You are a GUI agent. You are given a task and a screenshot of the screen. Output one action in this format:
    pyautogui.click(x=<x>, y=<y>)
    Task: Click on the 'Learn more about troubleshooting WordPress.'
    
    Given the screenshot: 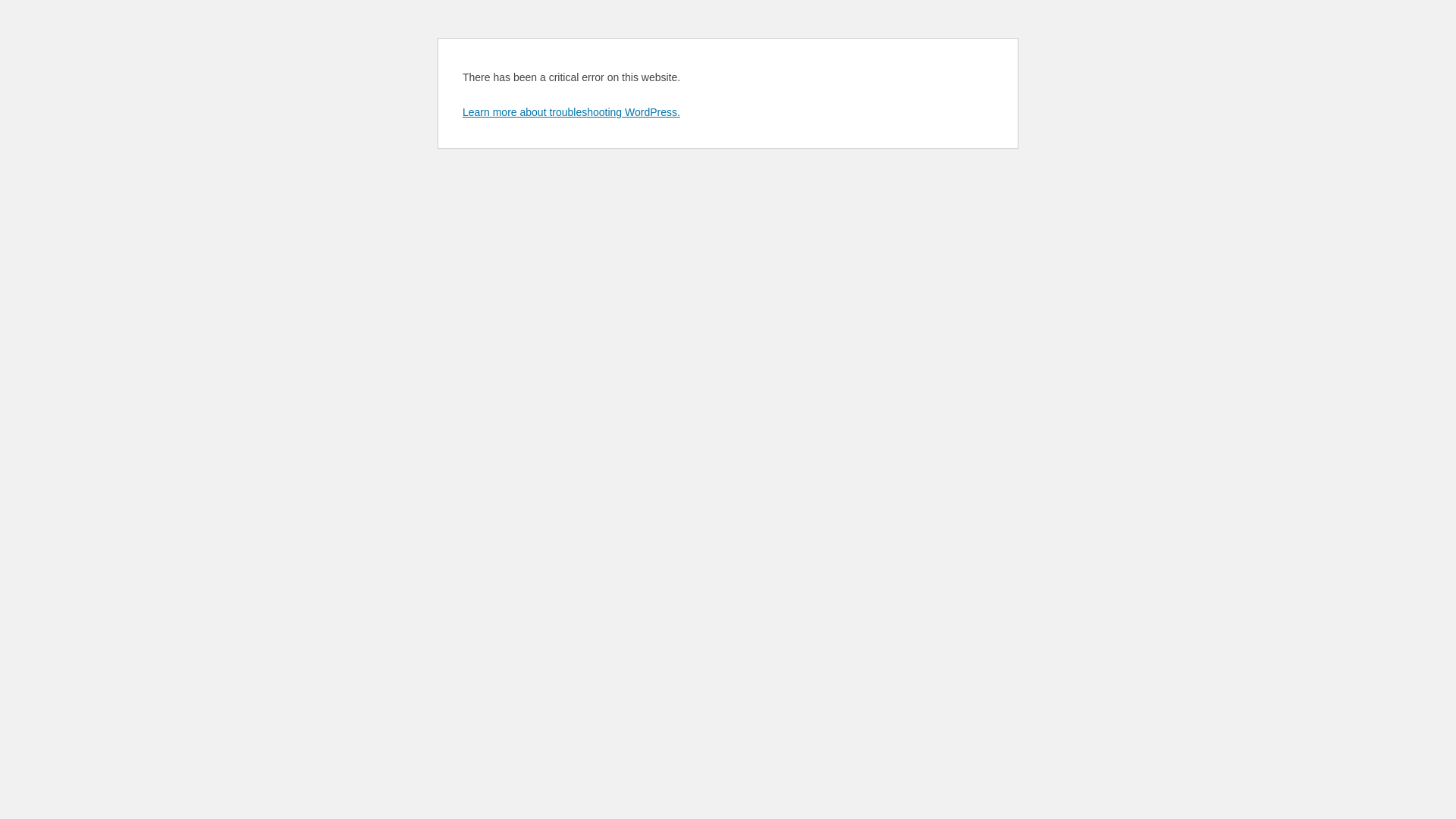 What is the action you would take?
    pyautogui.click(x=570, y=111)
    